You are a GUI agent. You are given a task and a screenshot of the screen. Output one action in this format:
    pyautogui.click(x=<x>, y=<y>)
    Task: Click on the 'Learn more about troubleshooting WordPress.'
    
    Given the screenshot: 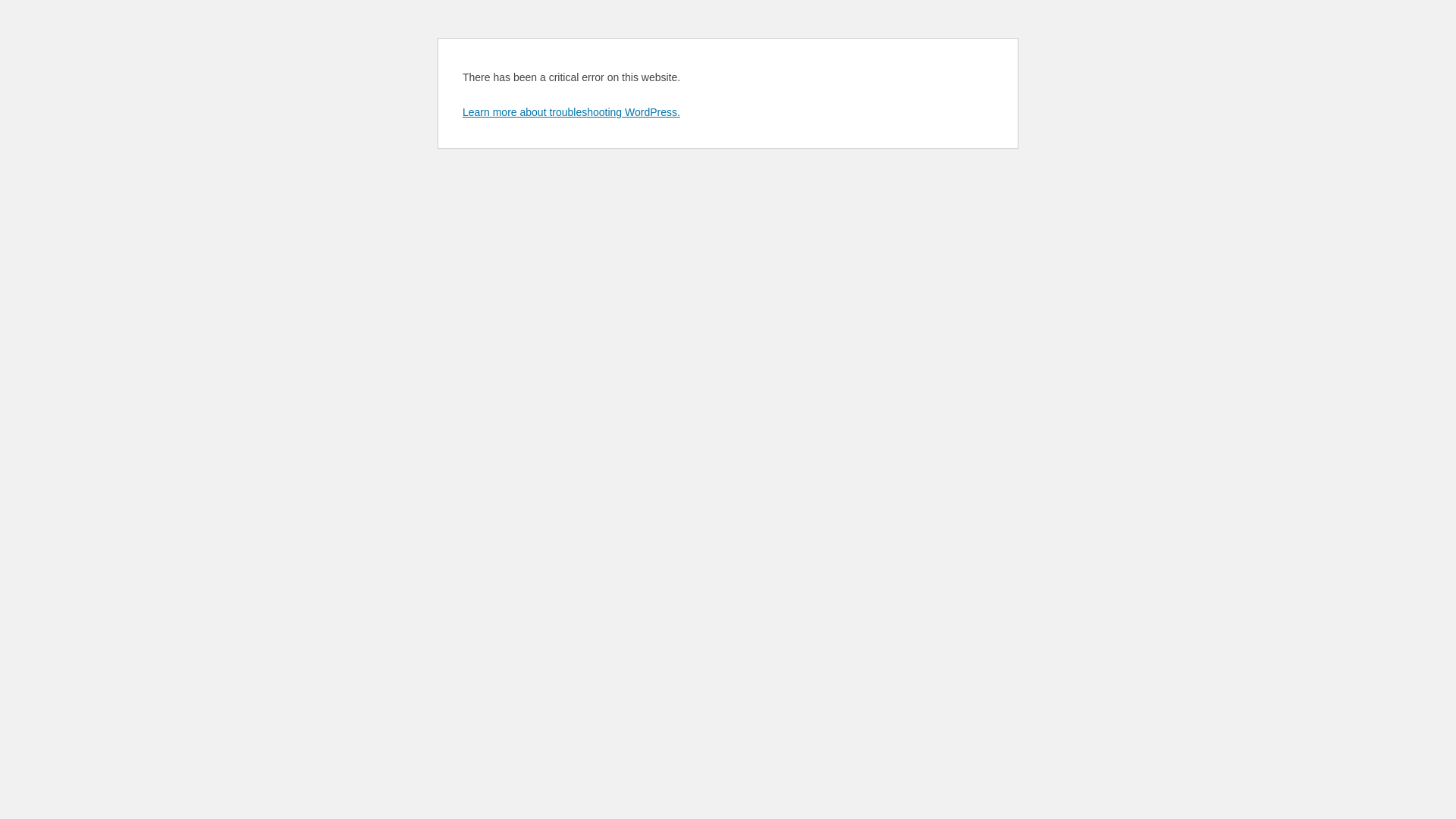 What is the action you would take?
    pyautogui.click(x=570, y=111)
    